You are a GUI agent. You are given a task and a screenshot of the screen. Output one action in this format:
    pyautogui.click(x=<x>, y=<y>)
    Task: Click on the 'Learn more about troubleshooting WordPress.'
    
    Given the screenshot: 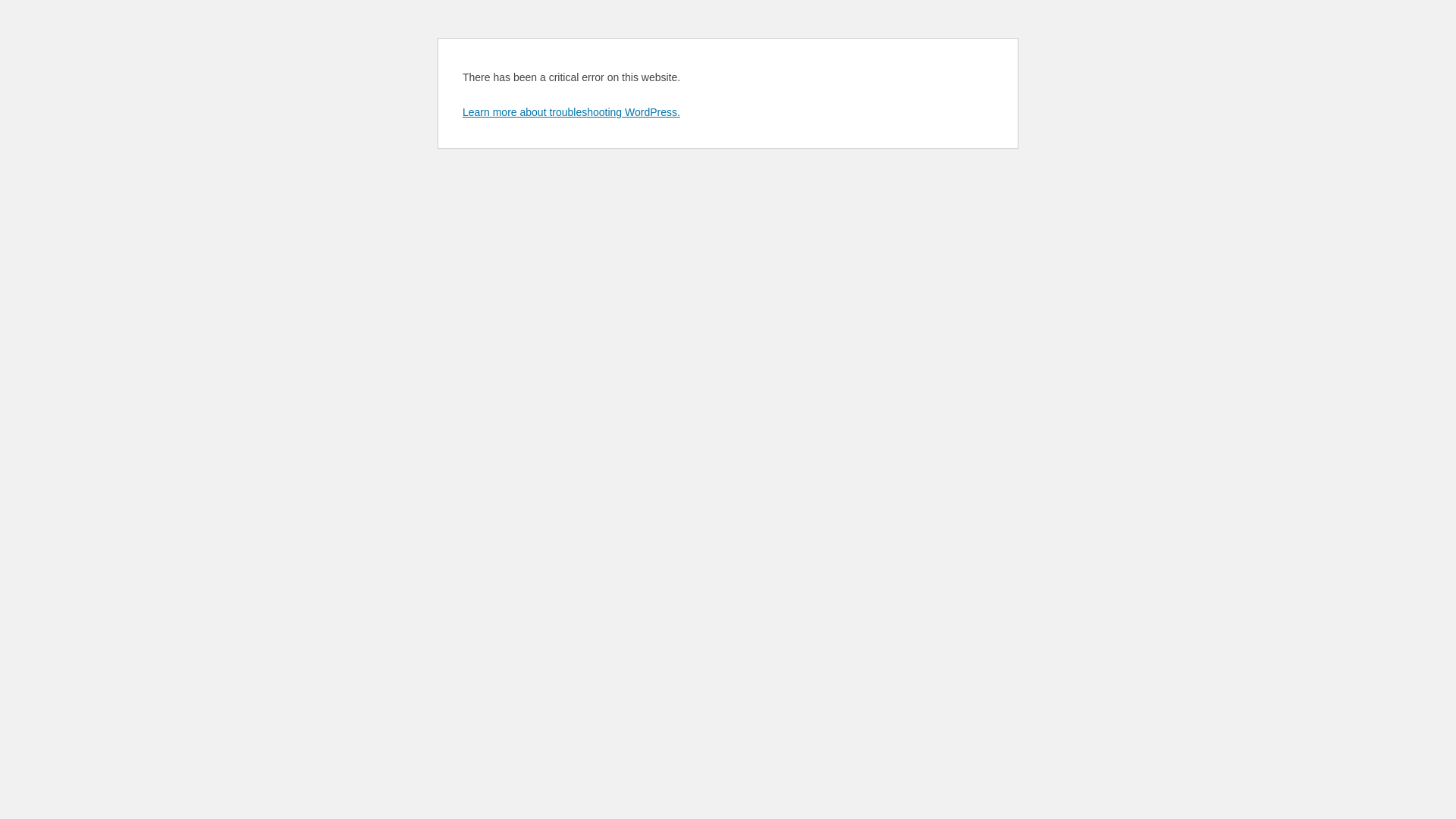 What is the action you would take?
    pyautogui.click(x=570, y=111)
    